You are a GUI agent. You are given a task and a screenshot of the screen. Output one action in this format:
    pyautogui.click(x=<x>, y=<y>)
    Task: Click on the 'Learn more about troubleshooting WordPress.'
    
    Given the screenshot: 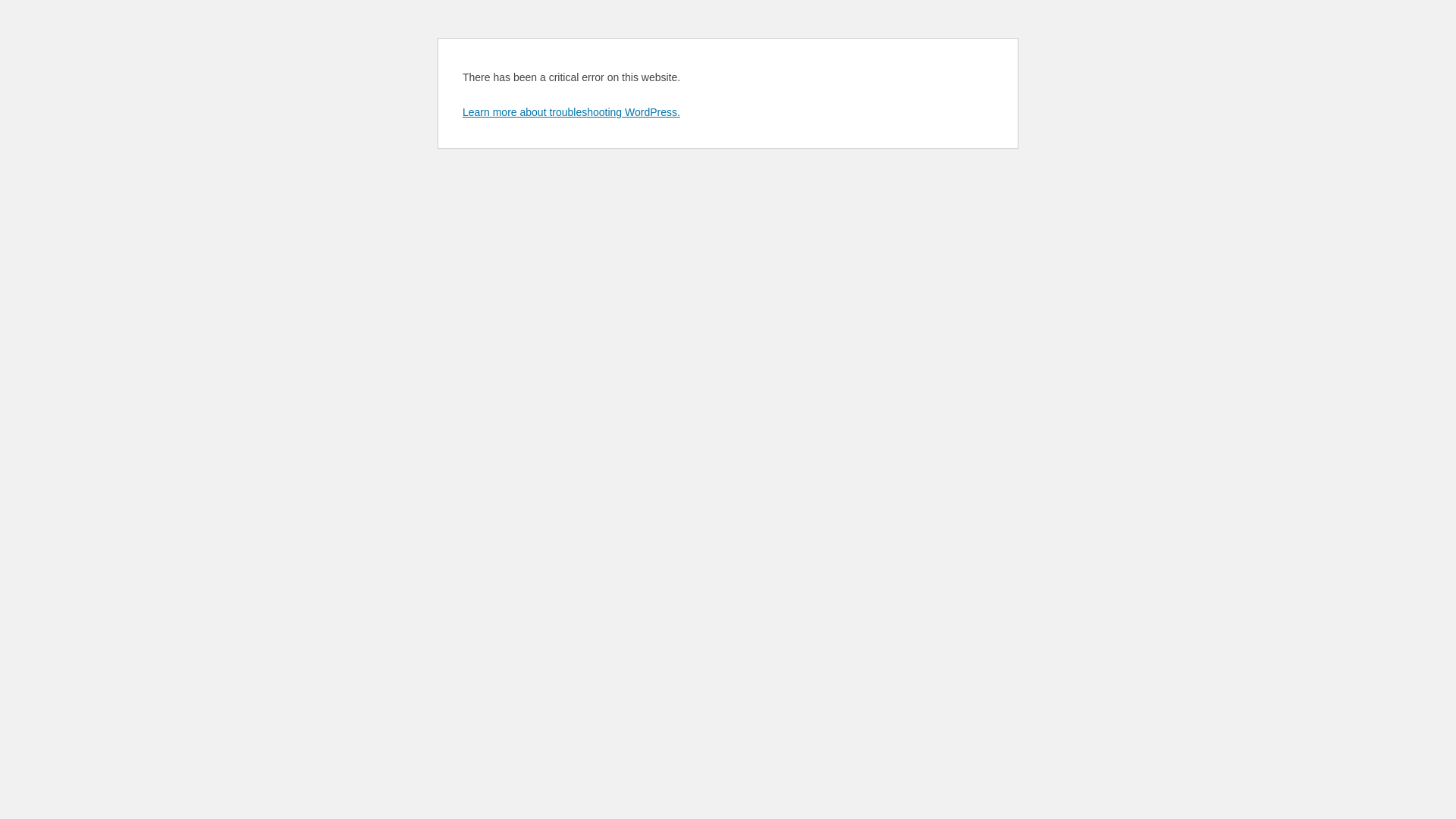 What is the action you would take?
    pyautogui.click(x=570, y=111)
    